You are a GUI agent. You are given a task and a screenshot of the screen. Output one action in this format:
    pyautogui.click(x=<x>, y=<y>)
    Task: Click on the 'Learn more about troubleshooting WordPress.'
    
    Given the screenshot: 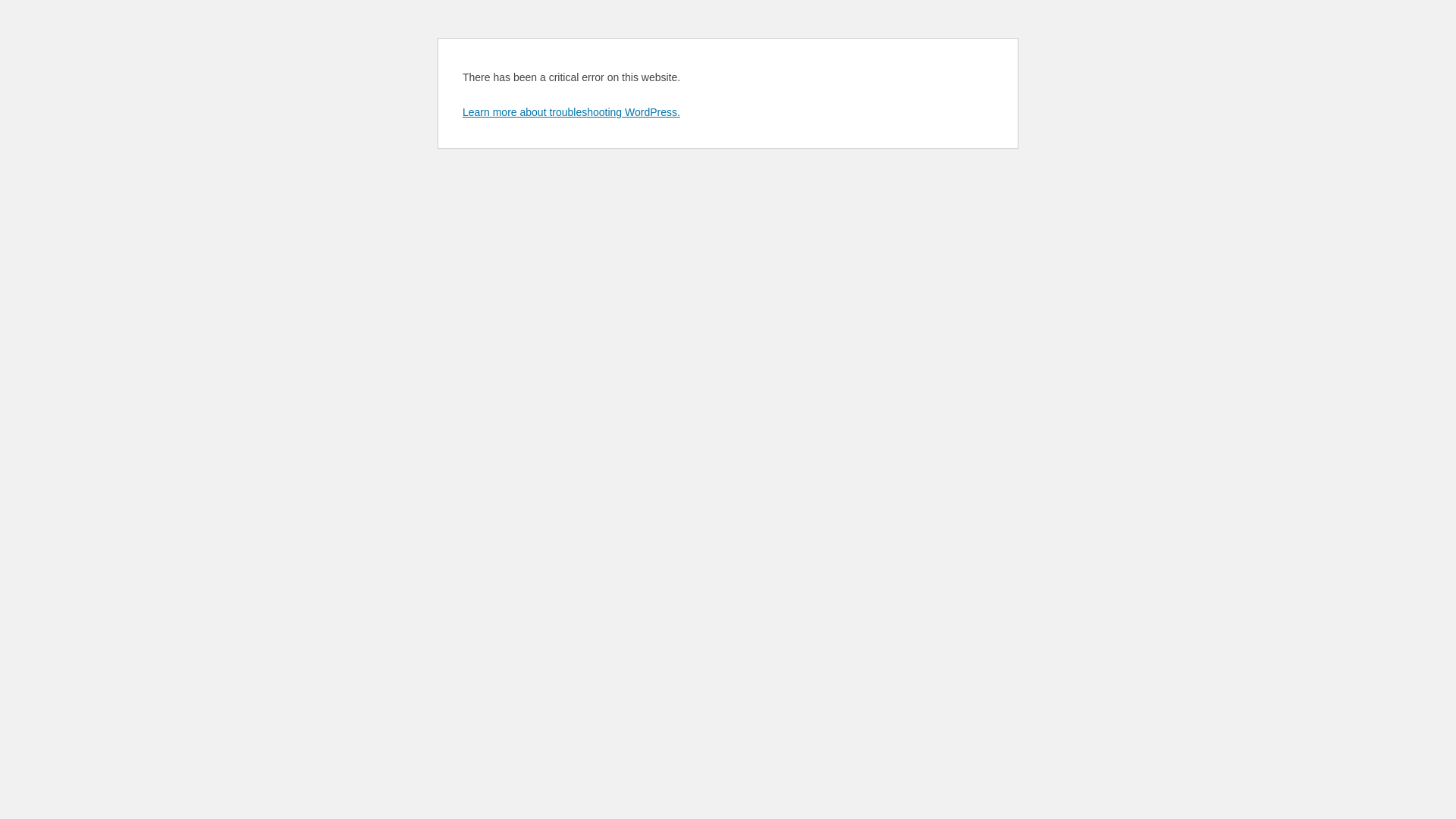 What is the action you would take?
    pyautogui.click(x=570, y=111)
    